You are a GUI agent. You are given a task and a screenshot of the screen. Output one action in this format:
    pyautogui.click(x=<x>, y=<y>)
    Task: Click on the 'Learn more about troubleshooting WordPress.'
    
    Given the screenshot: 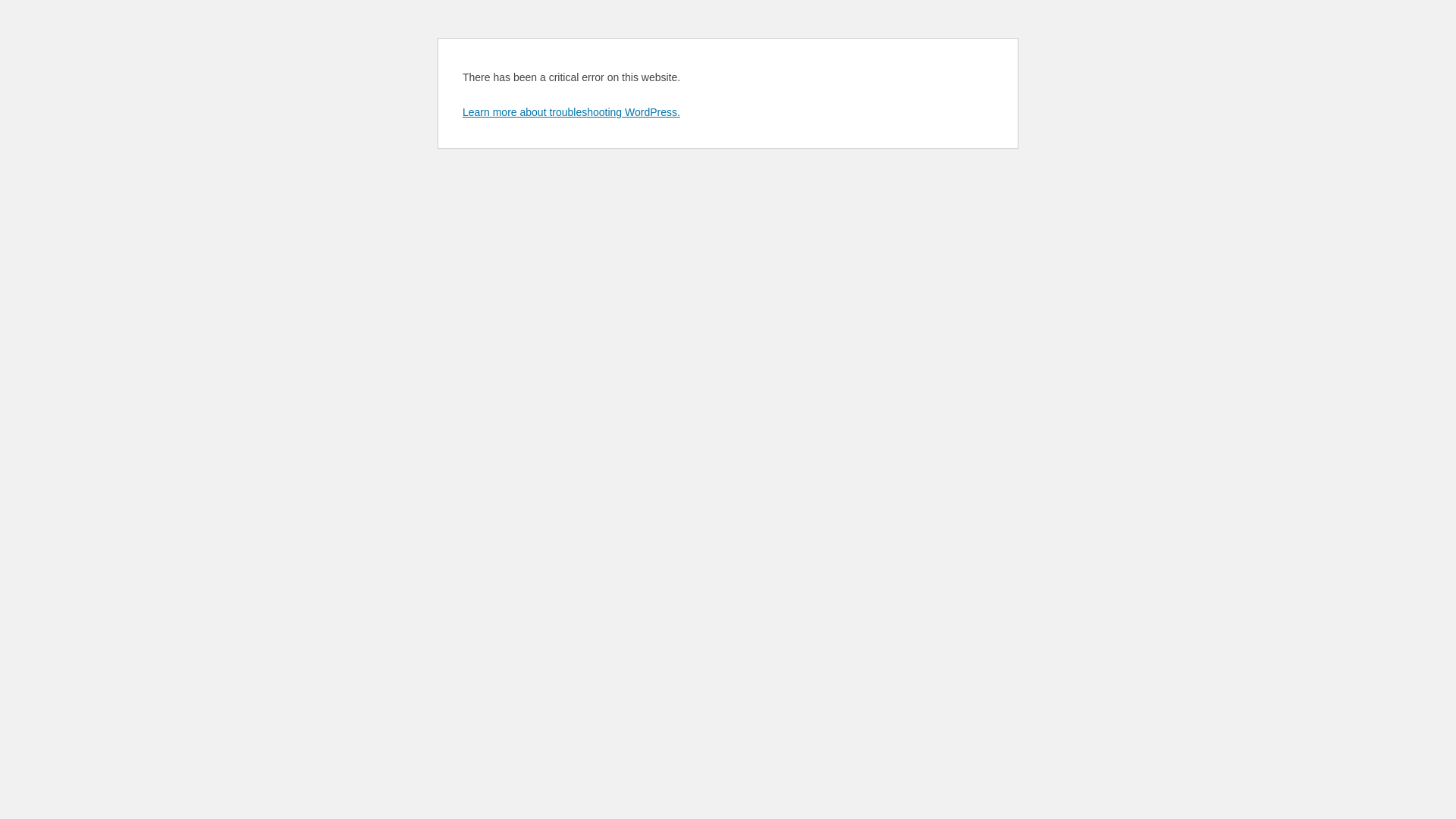 What is the action you would take?
    pyautogui.click(x=570, y=111)
    